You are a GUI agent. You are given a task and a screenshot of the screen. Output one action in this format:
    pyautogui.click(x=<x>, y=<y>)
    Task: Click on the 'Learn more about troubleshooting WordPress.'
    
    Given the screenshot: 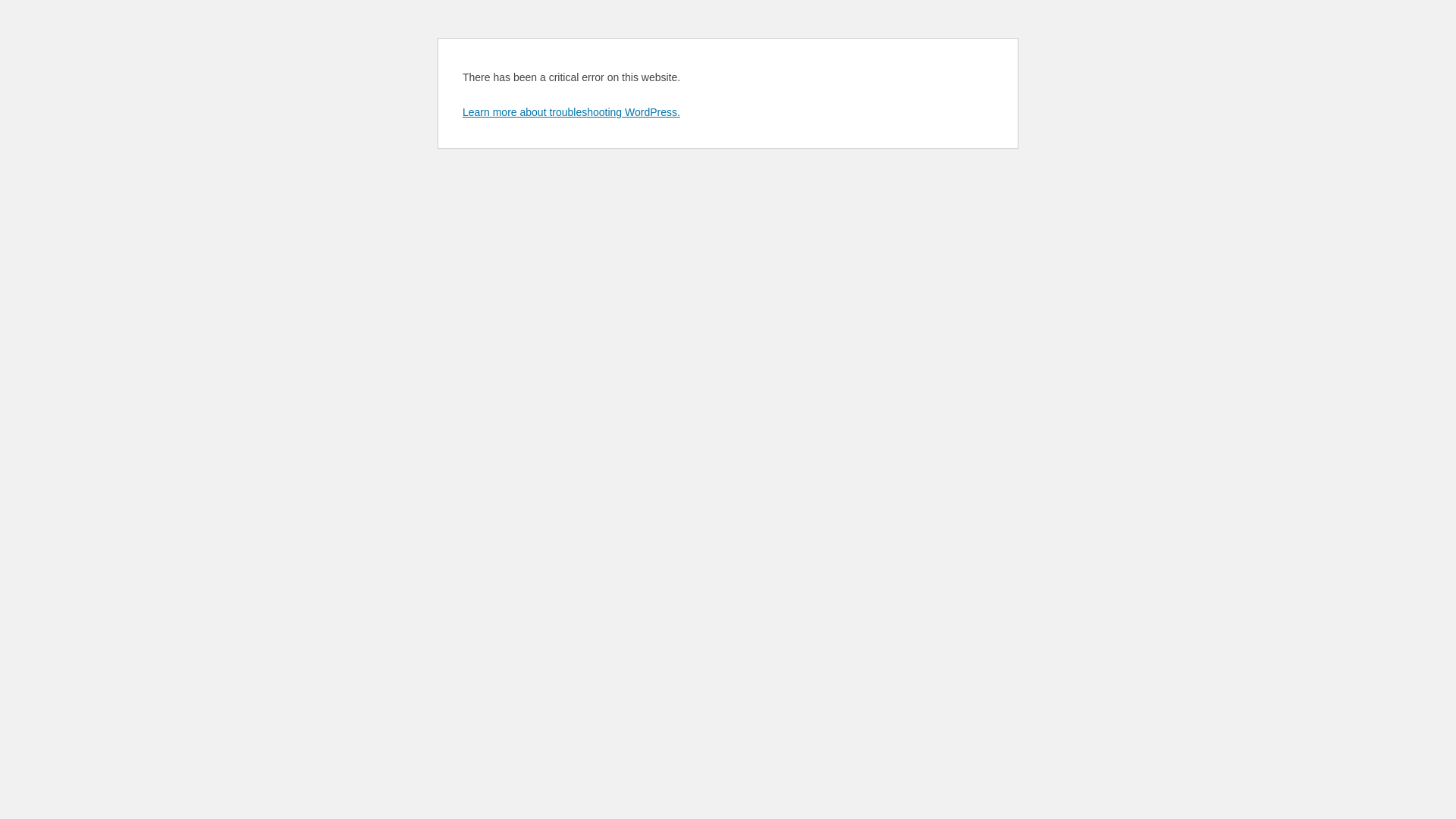 What is the action you would take?
    pyautogui.click(x=570, y=111)
    